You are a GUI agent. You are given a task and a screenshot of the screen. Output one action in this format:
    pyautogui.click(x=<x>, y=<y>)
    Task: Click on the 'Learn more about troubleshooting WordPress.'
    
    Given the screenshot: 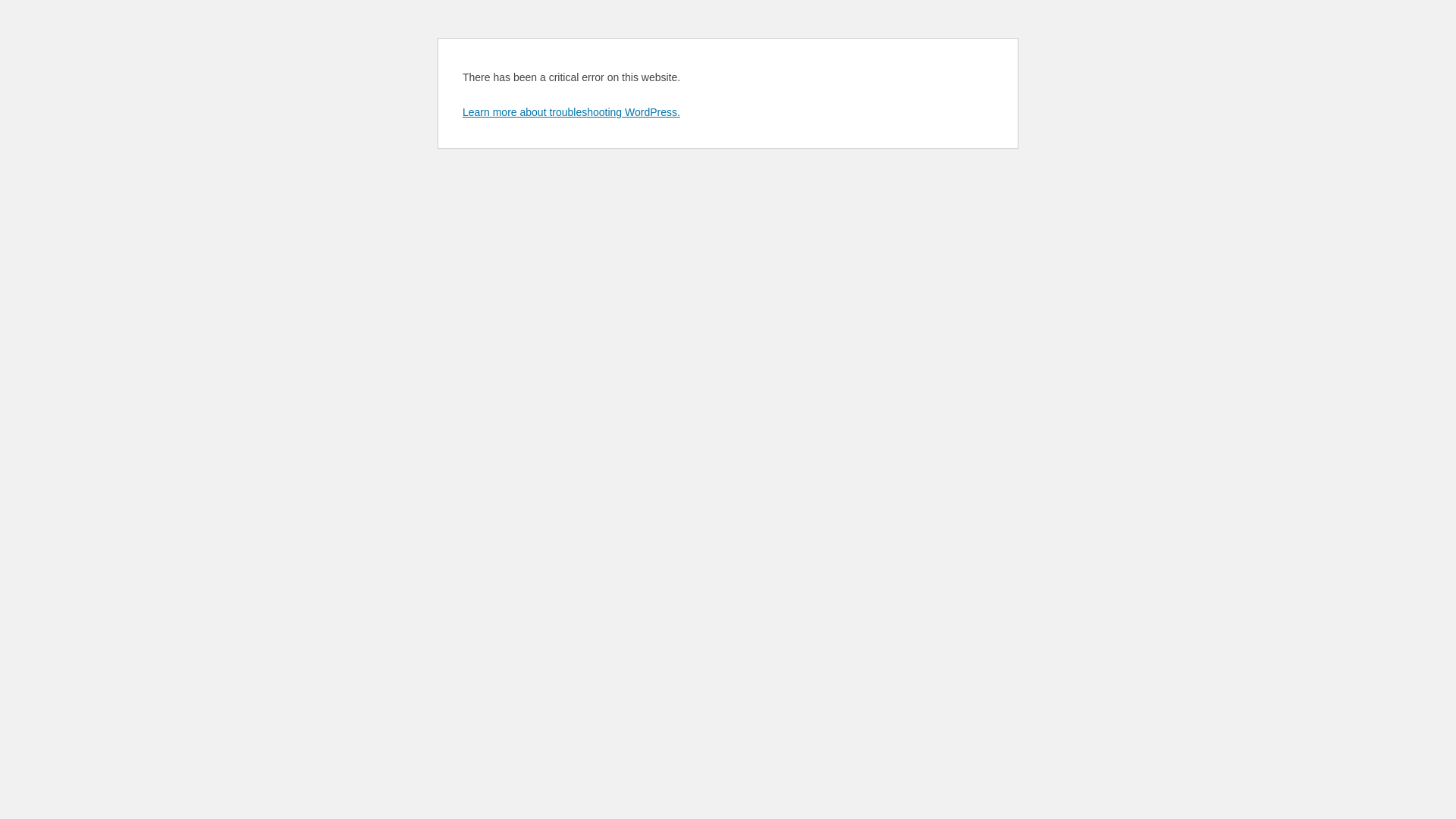 What is the action you would take?
    pyautogui.click(x=570, y=111)
    